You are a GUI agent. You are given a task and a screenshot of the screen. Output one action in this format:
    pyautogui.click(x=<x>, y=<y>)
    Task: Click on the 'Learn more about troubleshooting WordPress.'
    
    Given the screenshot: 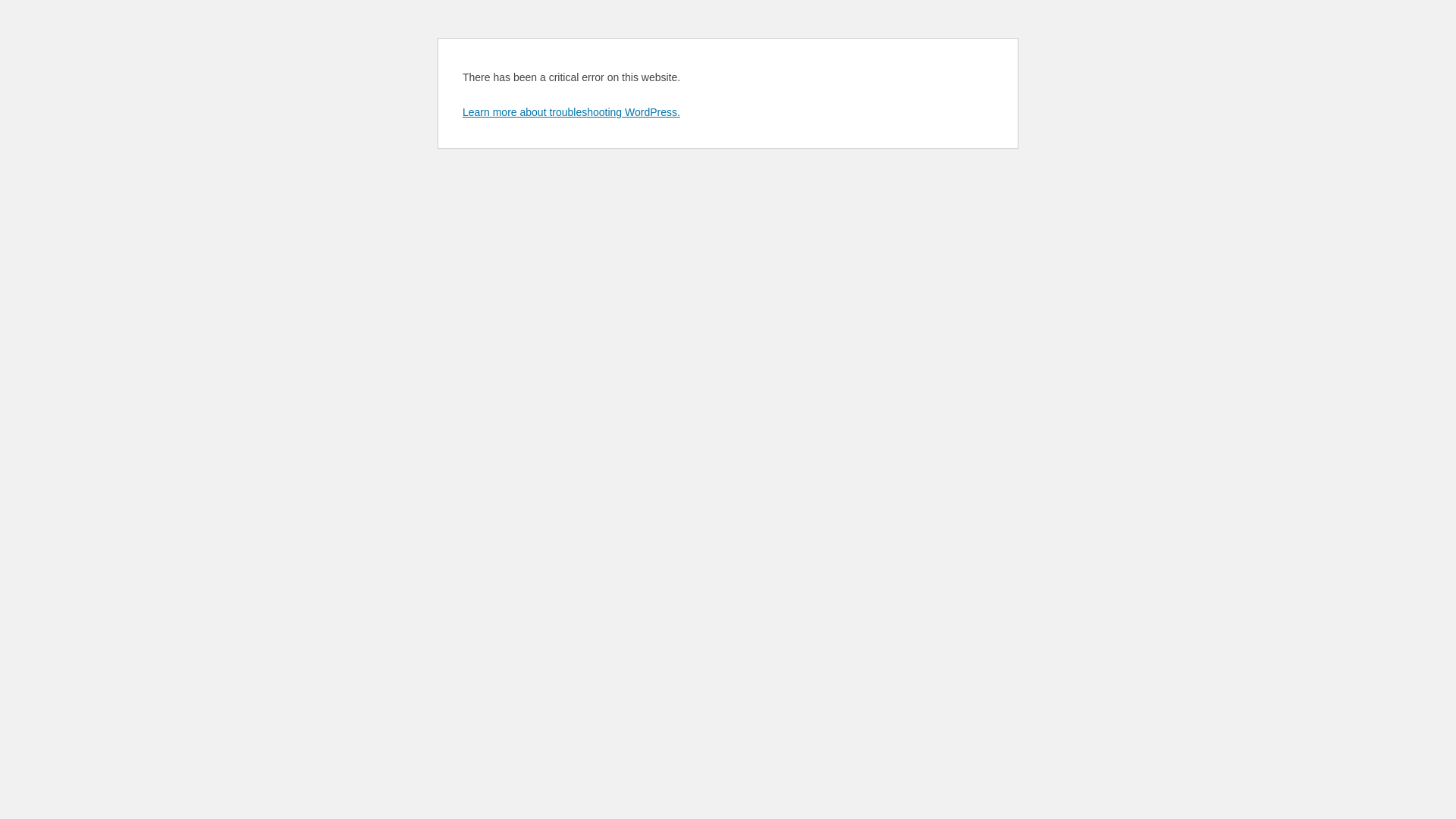 What is the action you would take?
    pyautogui.click(x=570, y=111)
    